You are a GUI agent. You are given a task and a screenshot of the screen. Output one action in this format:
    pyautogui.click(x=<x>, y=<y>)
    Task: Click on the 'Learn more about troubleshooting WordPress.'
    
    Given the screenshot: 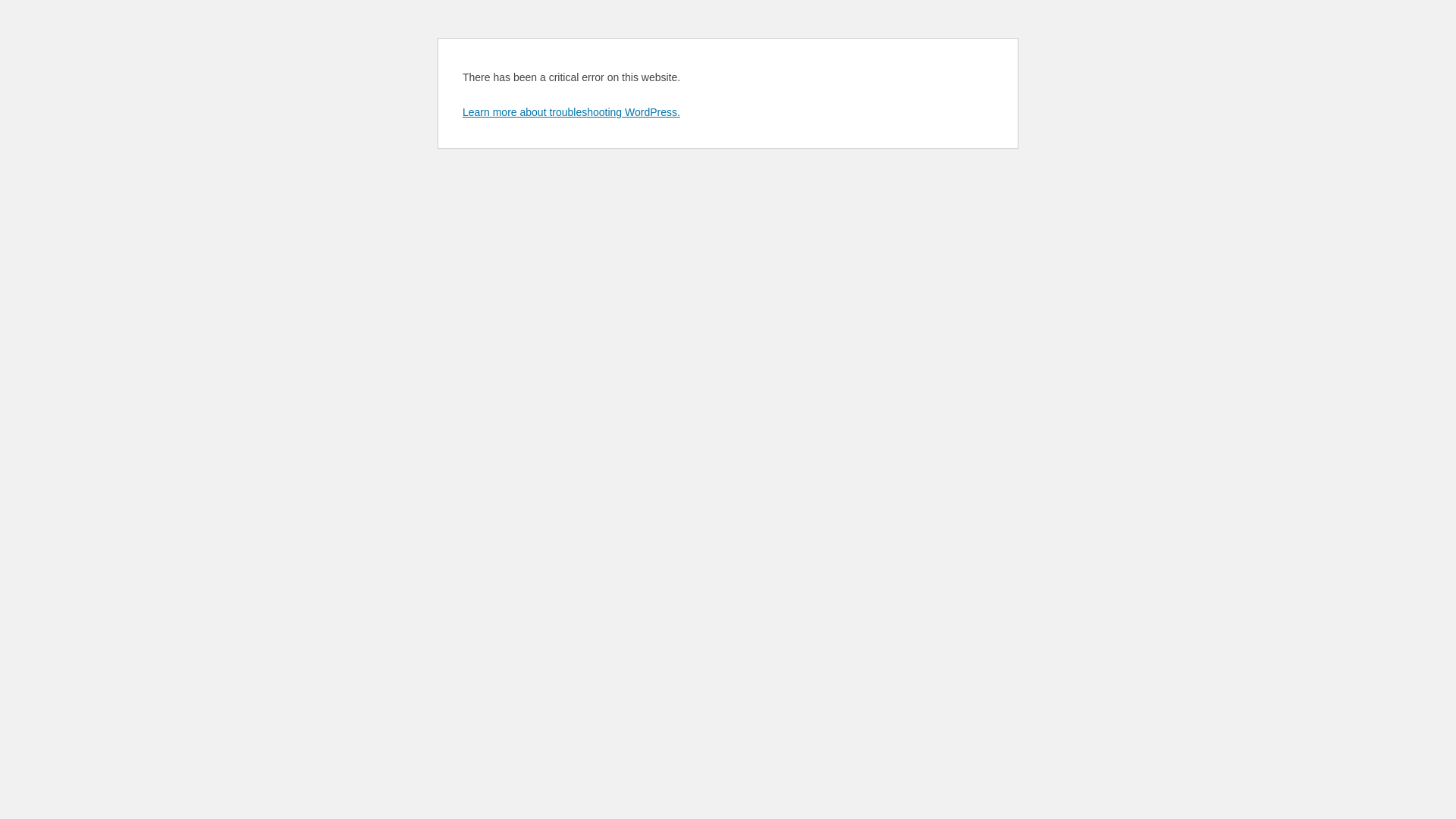 What is the action you would take?
    pyautogui.click(x=570, y=111)
    